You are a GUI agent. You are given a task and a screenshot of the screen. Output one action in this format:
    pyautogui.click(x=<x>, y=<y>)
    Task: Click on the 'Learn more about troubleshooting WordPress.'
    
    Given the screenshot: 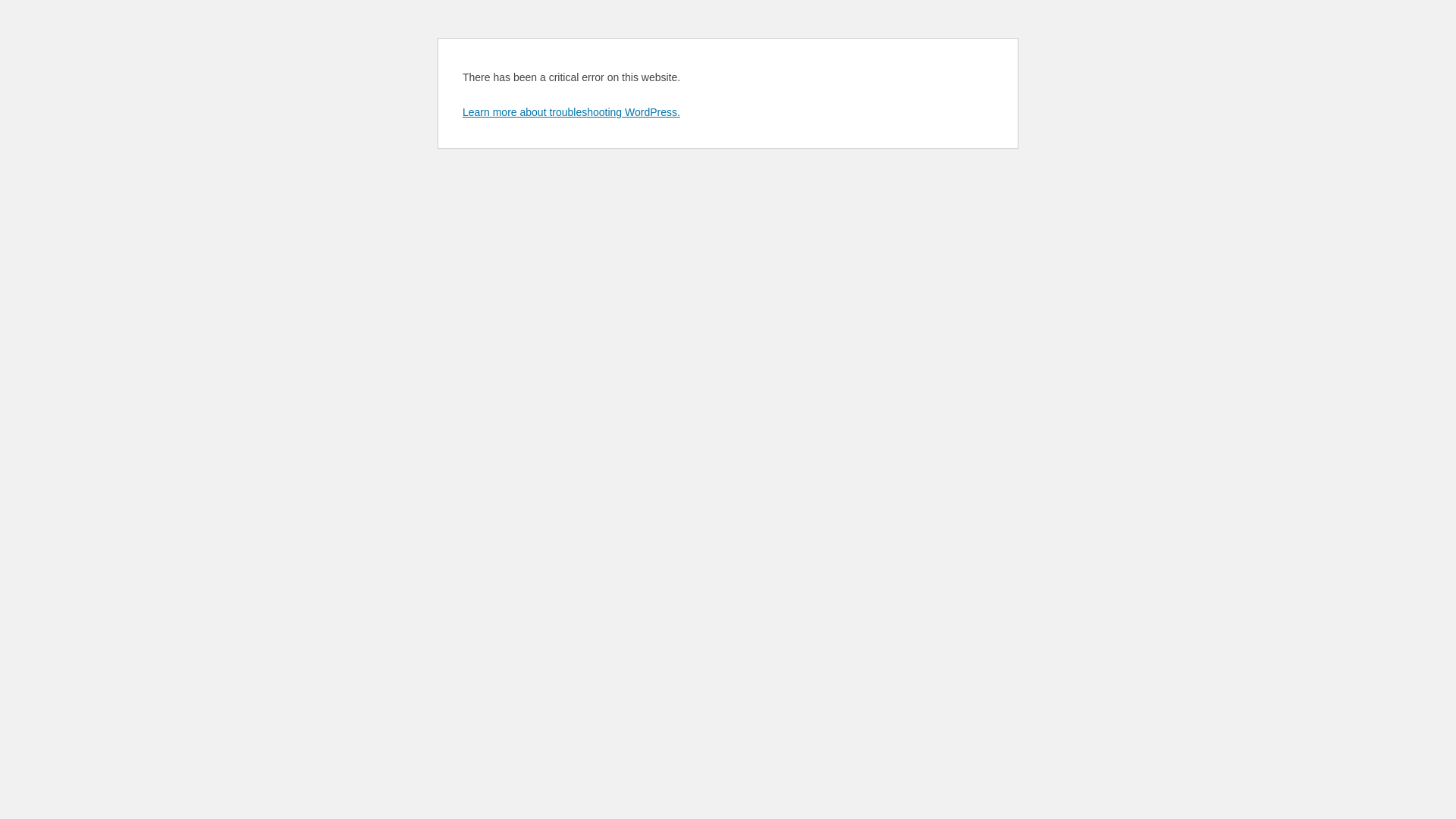 What is the action you would take?
    pyautogui.click(x=570, y=111)
    